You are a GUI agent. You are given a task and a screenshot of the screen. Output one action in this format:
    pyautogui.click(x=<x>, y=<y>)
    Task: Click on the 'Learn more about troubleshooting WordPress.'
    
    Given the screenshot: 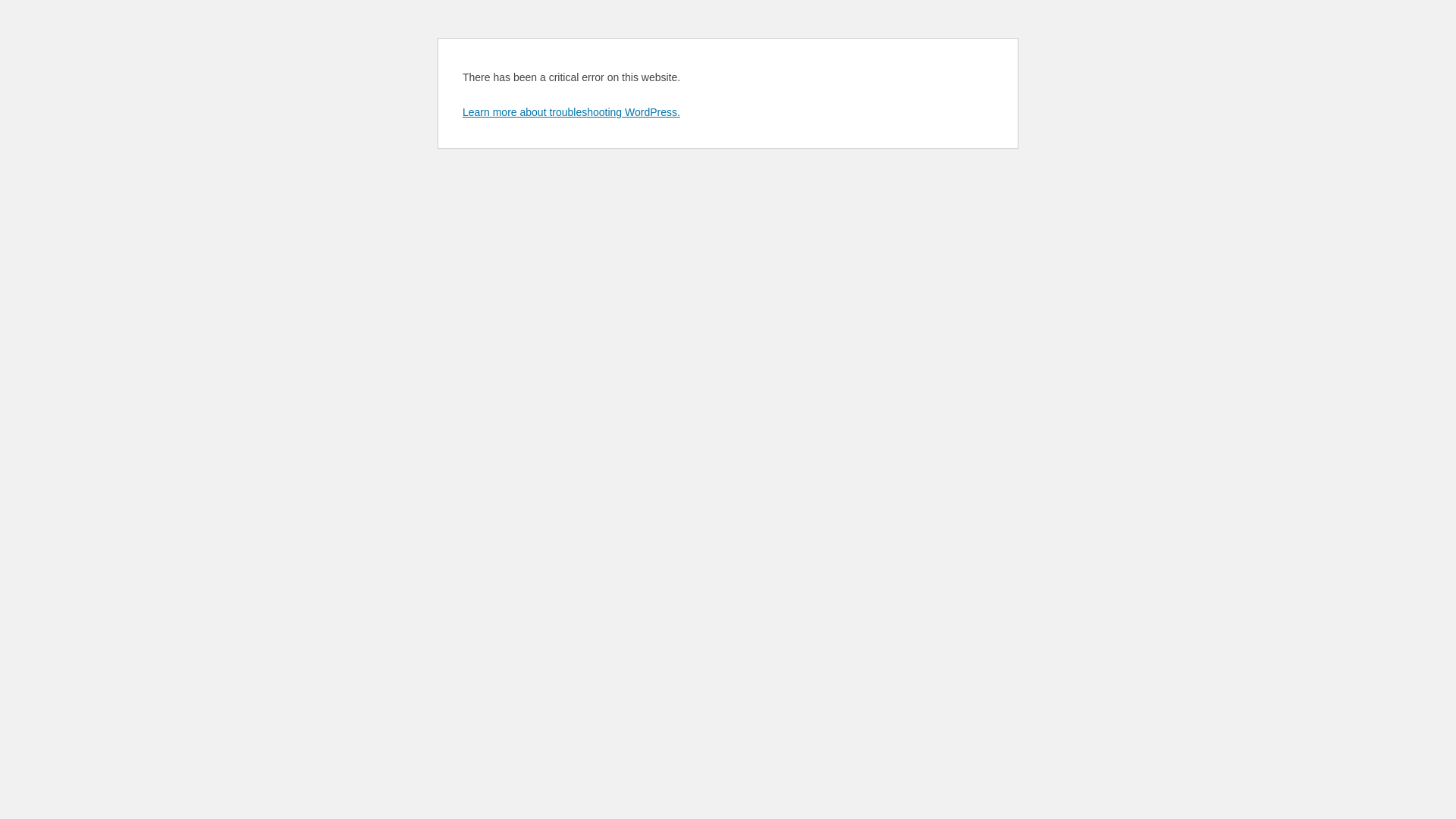 What is the action you would take?
    pyautogui.click(x=570, y=111)
    